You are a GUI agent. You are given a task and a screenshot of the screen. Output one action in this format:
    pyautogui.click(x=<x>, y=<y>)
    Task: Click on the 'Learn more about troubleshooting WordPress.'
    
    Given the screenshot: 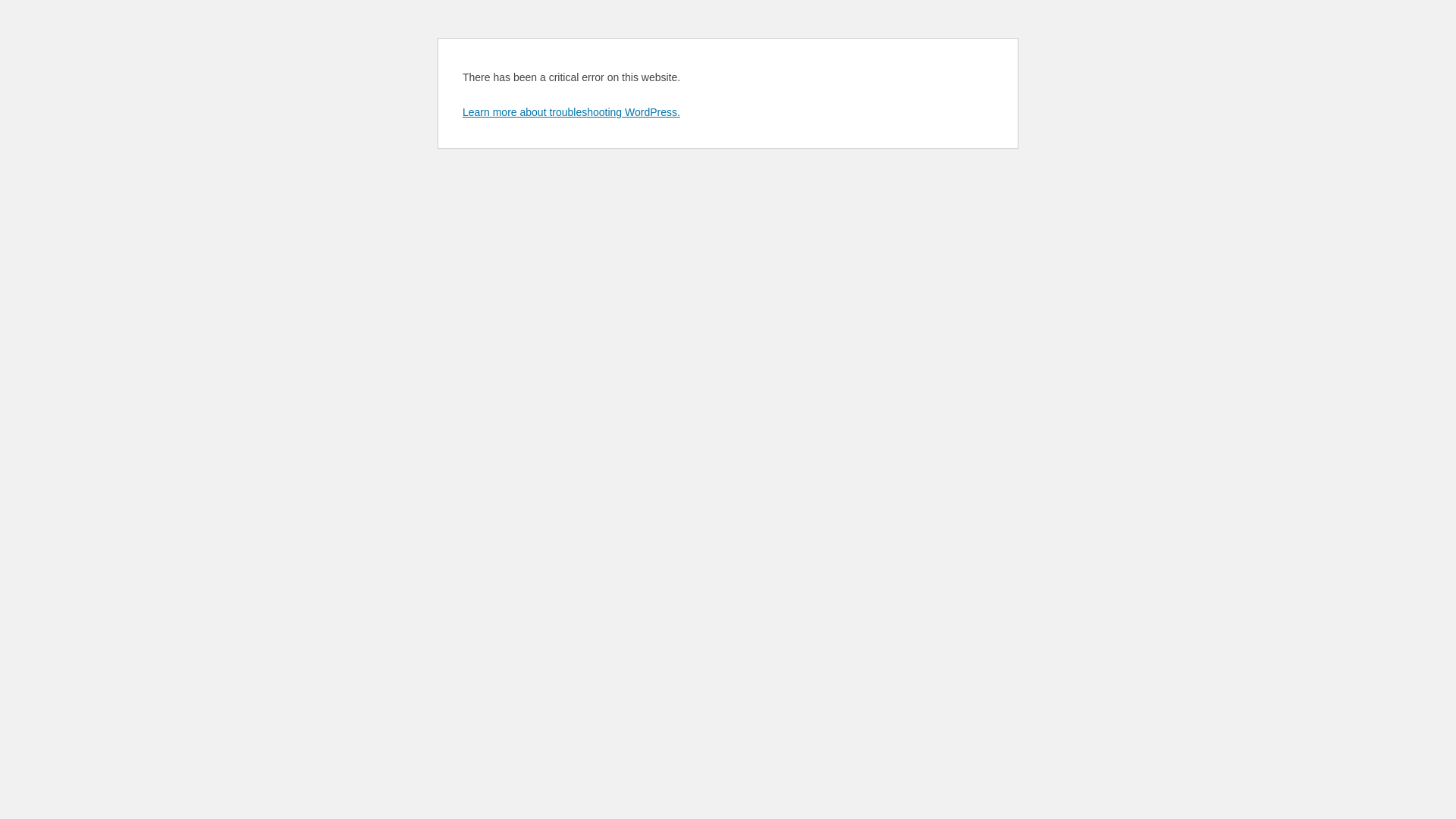 What is the action you would take?
    pyautogui.click(x=570, y=111)
    